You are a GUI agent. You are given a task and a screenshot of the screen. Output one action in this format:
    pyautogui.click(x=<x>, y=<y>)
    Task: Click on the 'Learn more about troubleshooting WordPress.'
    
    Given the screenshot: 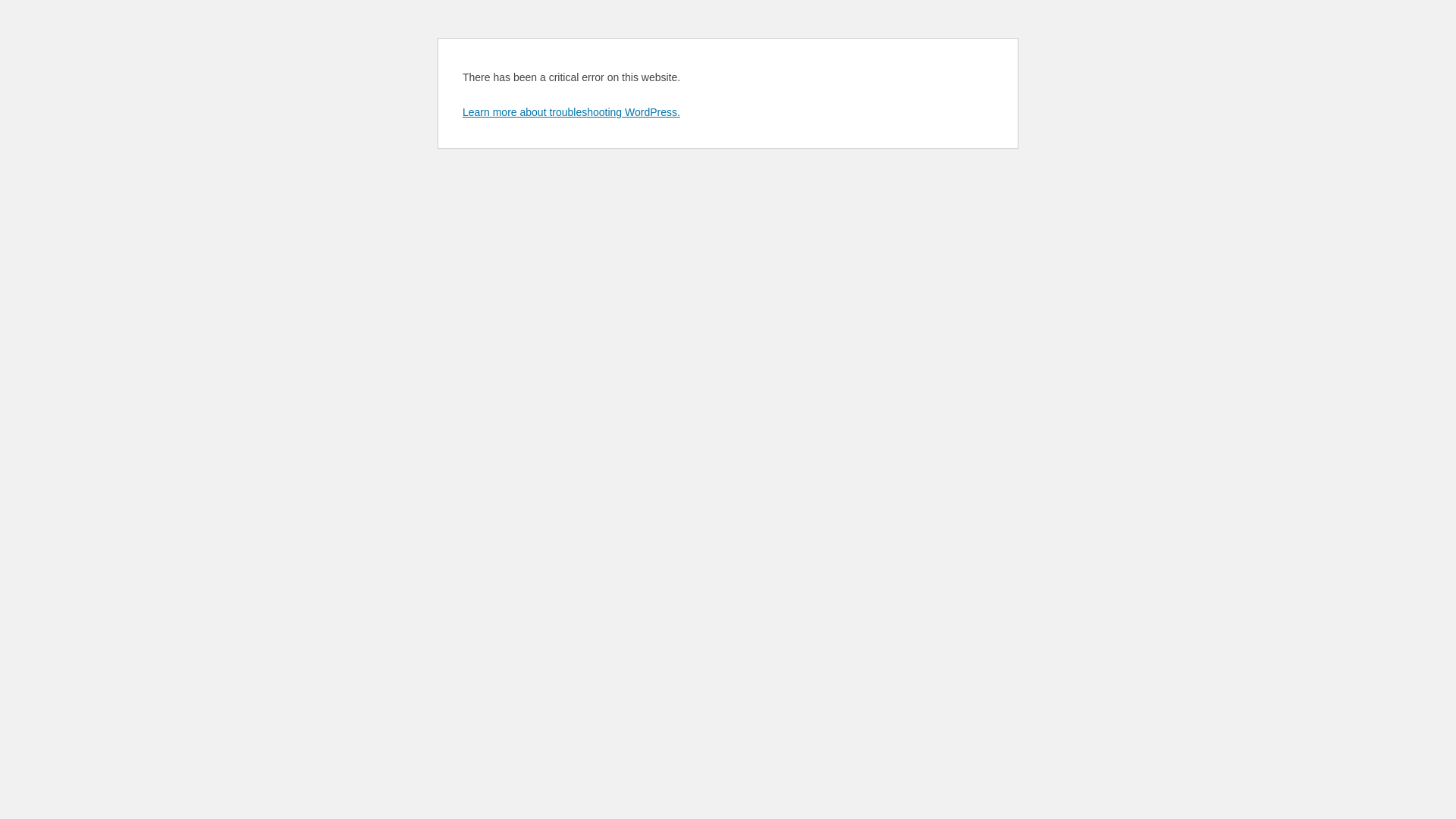 What is the action you would take?
    pyautogui.click(x=570, y=111)
    